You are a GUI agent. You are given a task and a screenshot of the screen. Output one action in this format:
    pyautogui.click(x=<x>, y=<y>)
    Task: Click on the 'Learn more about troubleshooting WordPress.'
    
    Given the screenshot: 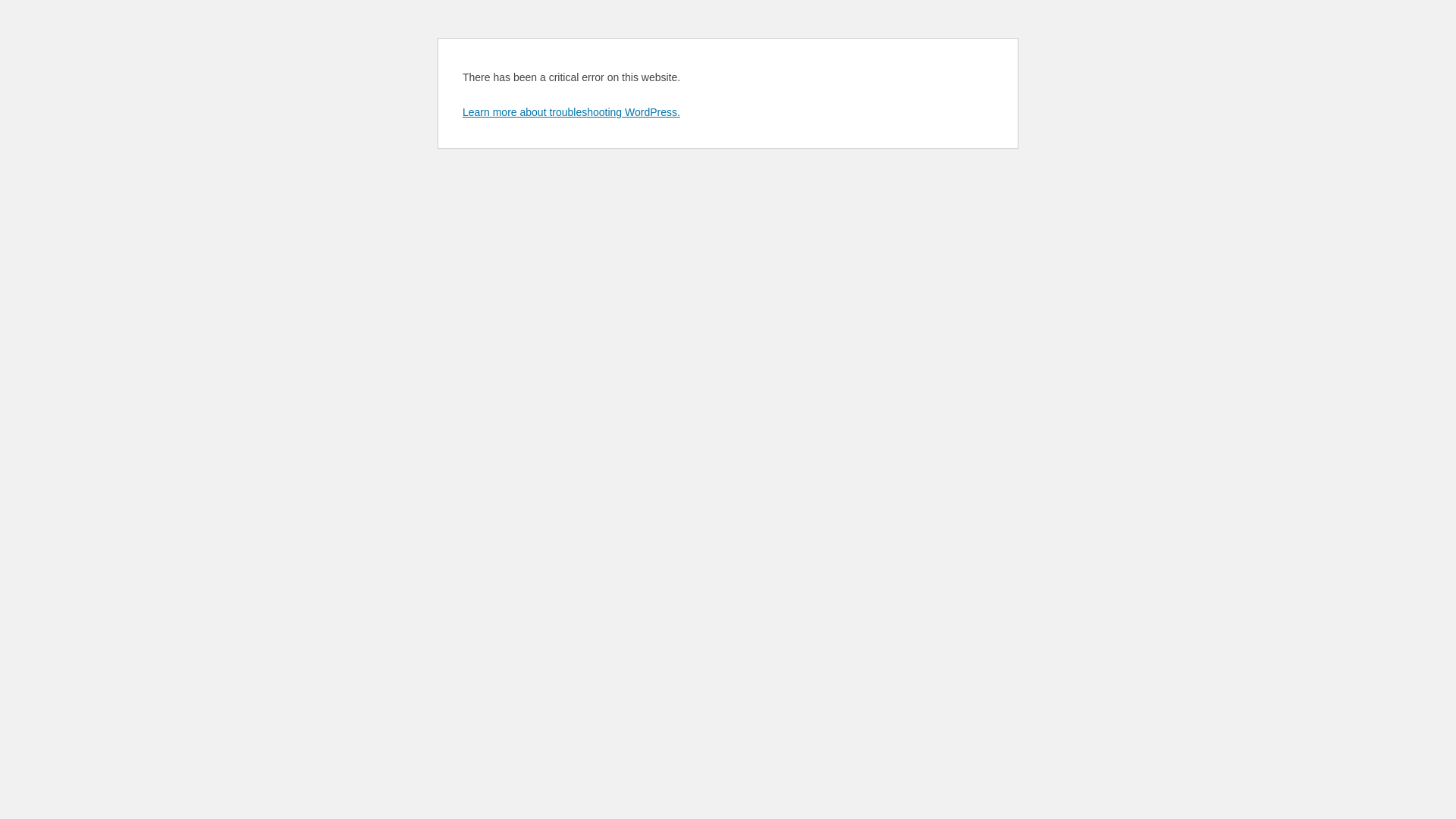 What is the action you would take?
    pyautogui.click(x=570, y=111)
    